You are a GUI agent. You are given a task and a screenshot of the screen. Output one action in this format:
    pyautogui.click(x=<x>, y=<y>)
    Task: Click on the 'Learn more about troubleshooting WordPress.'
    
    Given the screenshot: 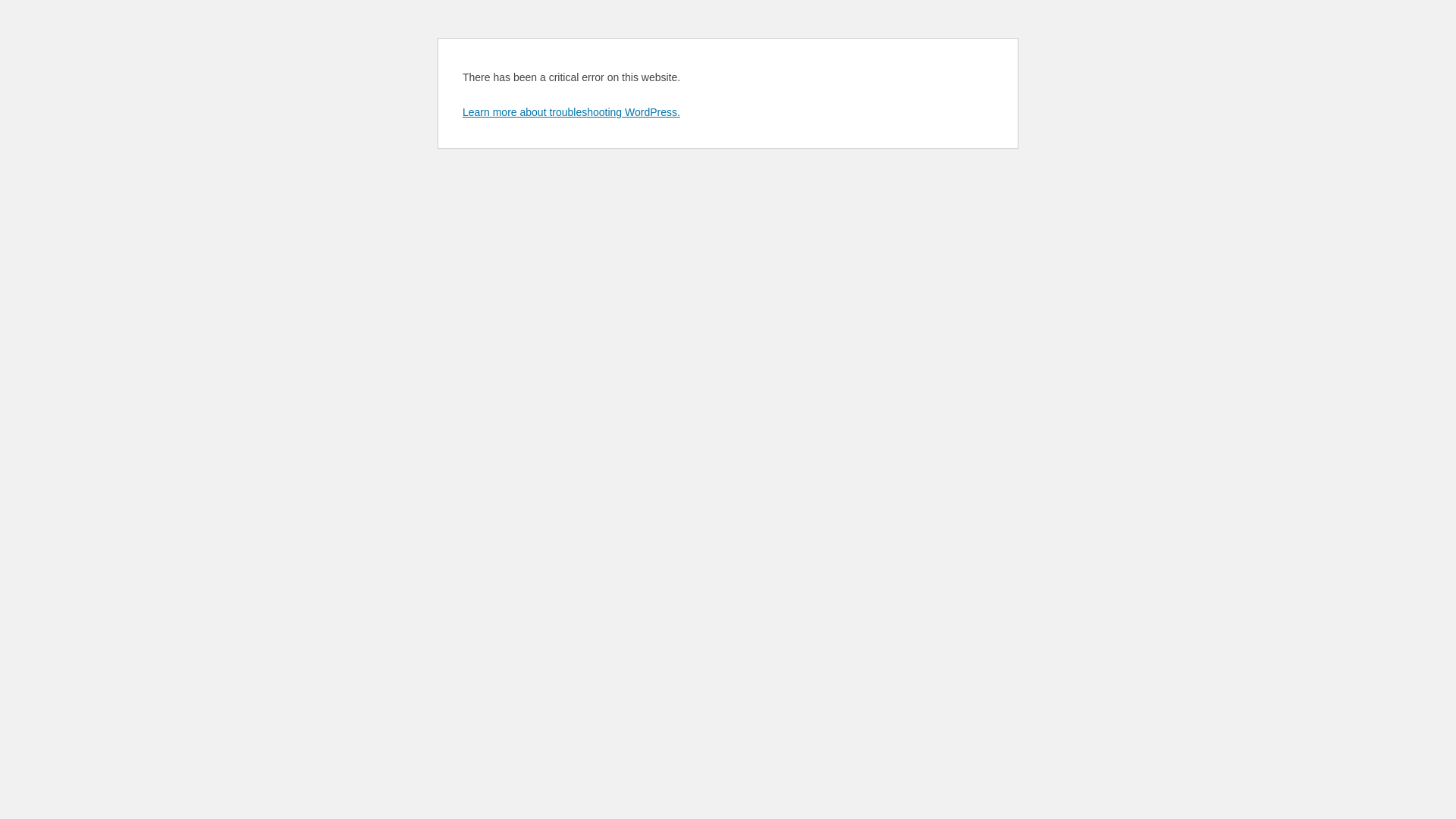 What is the action you would take?
    pyautogui.click(x=570, y=111)
    